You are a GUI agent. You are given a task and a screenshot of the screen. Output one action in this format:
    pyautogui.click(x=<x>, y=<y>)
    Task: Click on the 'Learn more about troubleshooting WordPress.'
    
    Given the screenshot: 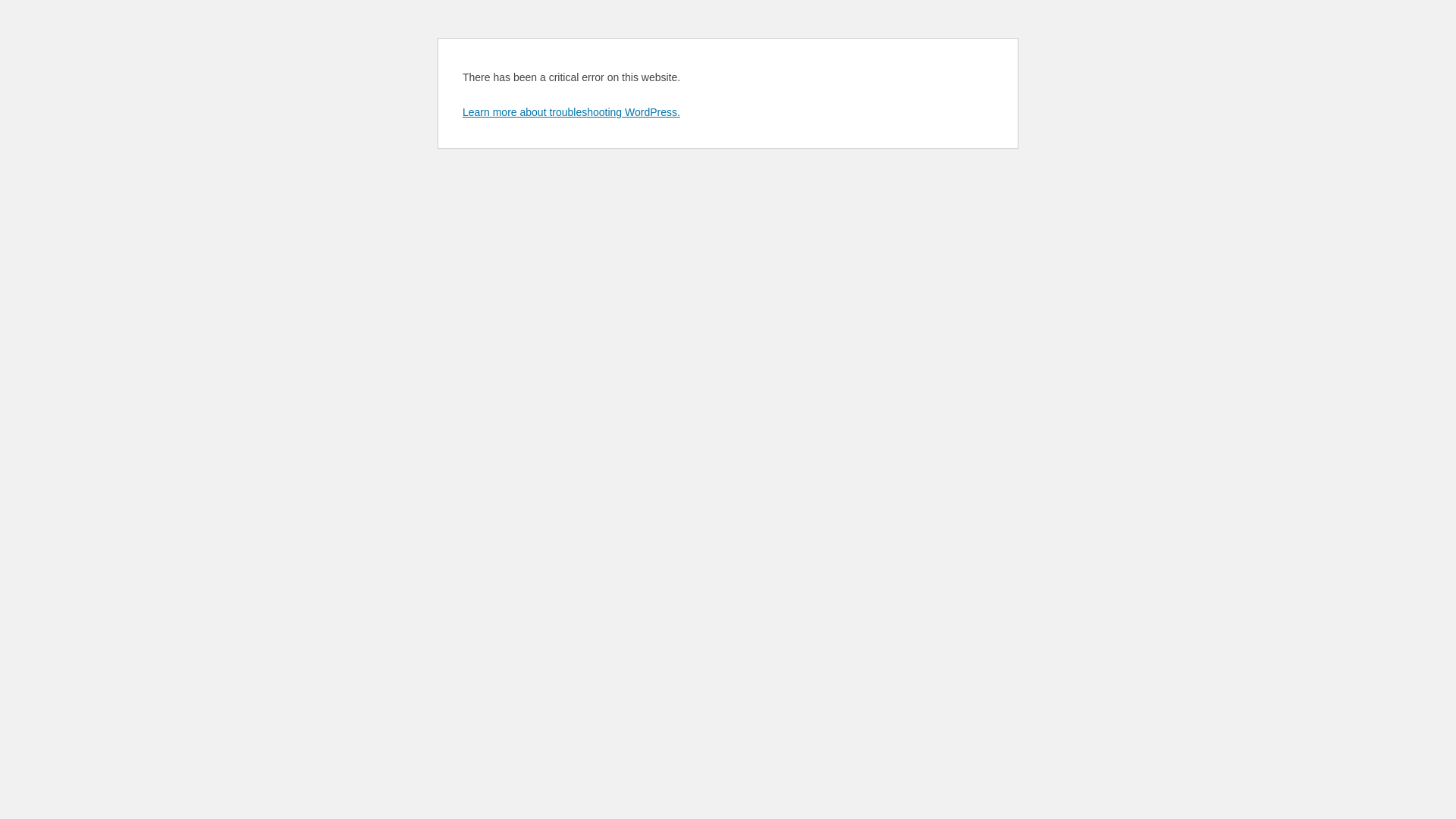 What is the action you would take?
    pyautogui.click(x=570, y=111)
    